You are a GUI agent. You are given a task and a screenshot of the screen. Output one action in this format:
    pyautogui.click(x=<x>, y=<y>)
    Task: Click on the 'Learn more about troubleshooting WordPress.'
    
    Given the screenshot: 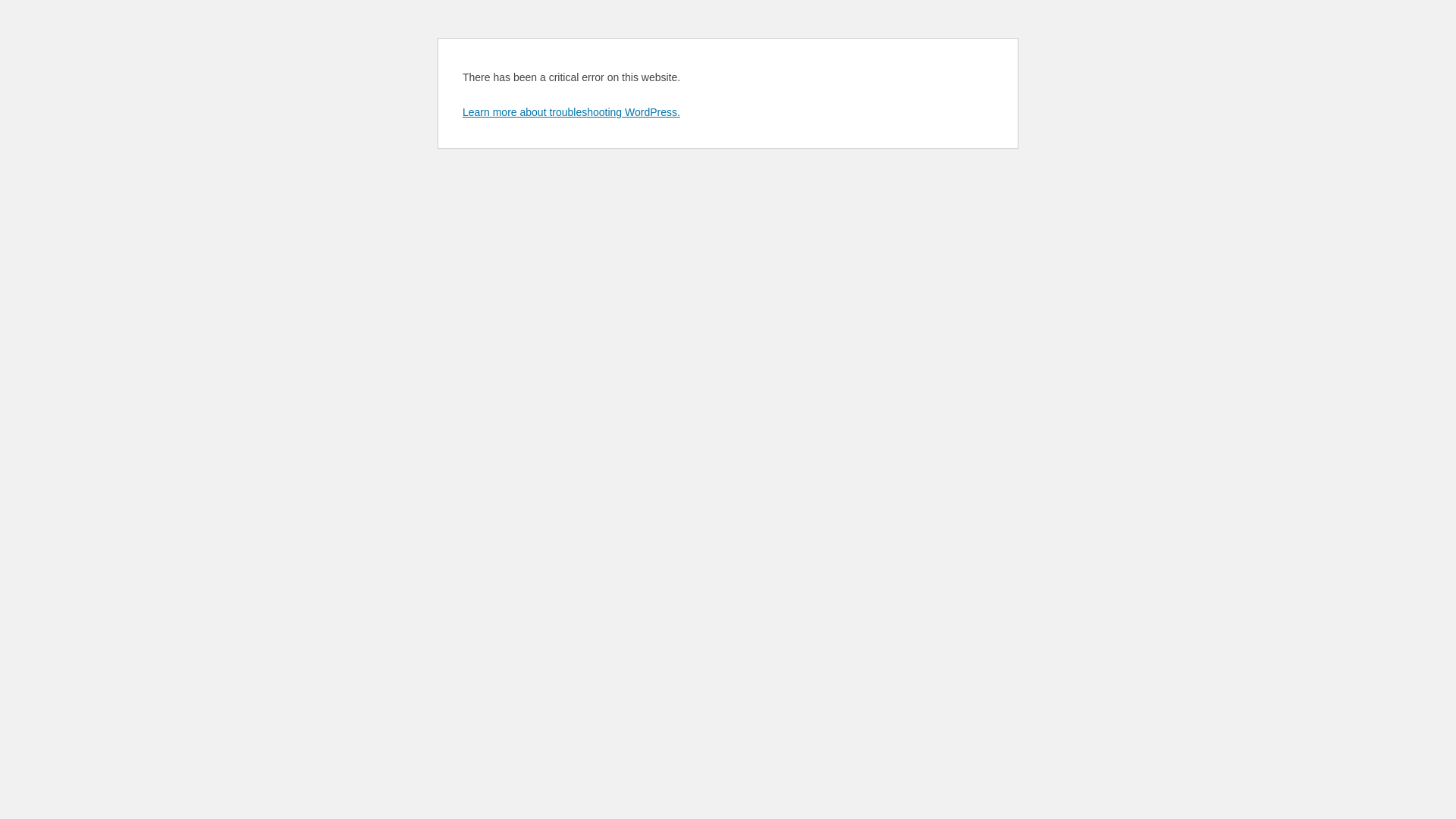 What is the action you would take?
    pyautogui.click(x=570, y=111)
    